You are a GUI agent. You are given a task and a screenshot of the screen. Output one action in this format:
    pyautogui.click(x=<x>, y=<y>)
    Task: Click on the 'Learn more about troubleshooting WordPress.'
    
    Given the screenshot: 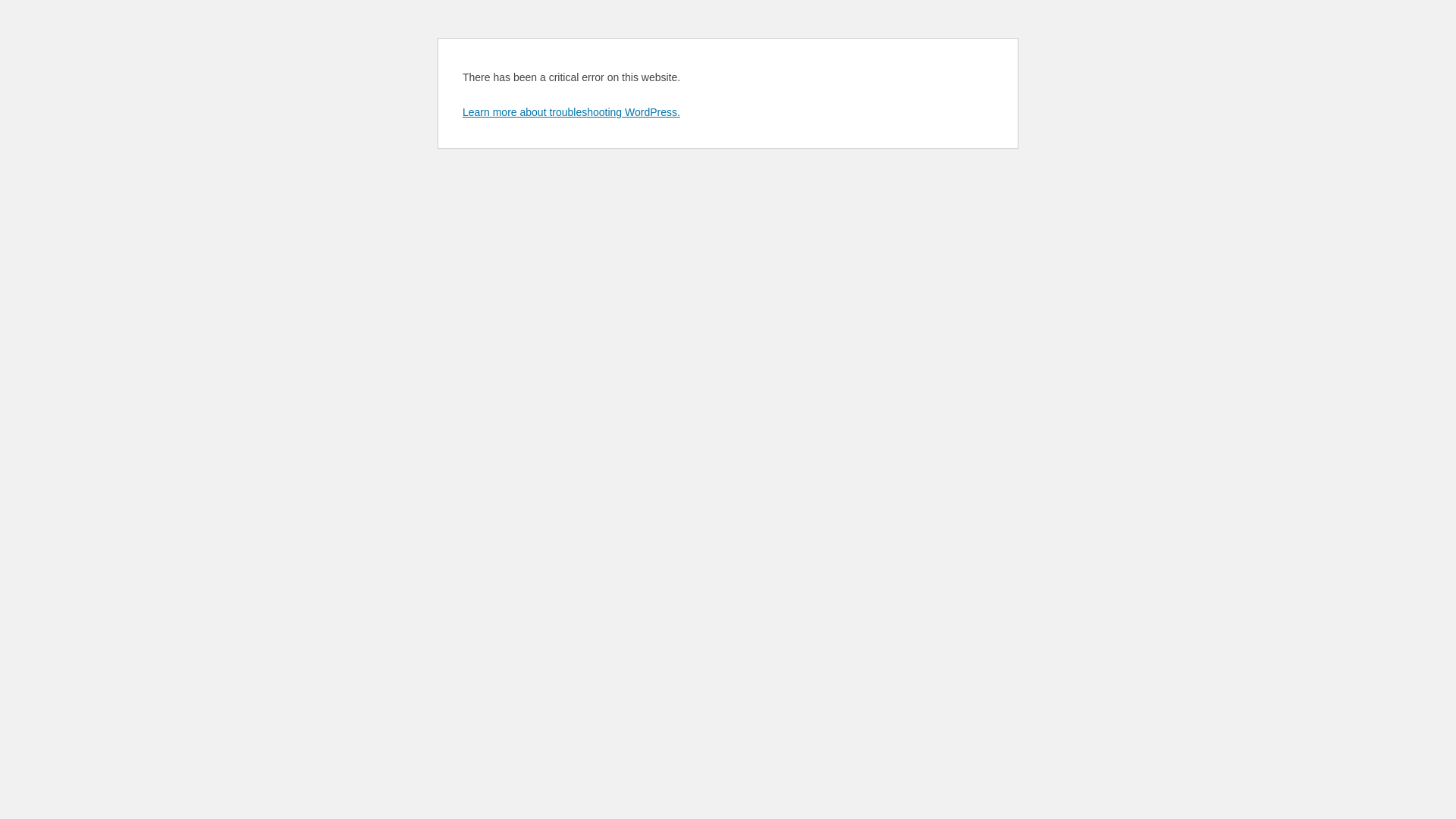 What is the action you would take?
    pyautogui.click(x=570, y=111)
    